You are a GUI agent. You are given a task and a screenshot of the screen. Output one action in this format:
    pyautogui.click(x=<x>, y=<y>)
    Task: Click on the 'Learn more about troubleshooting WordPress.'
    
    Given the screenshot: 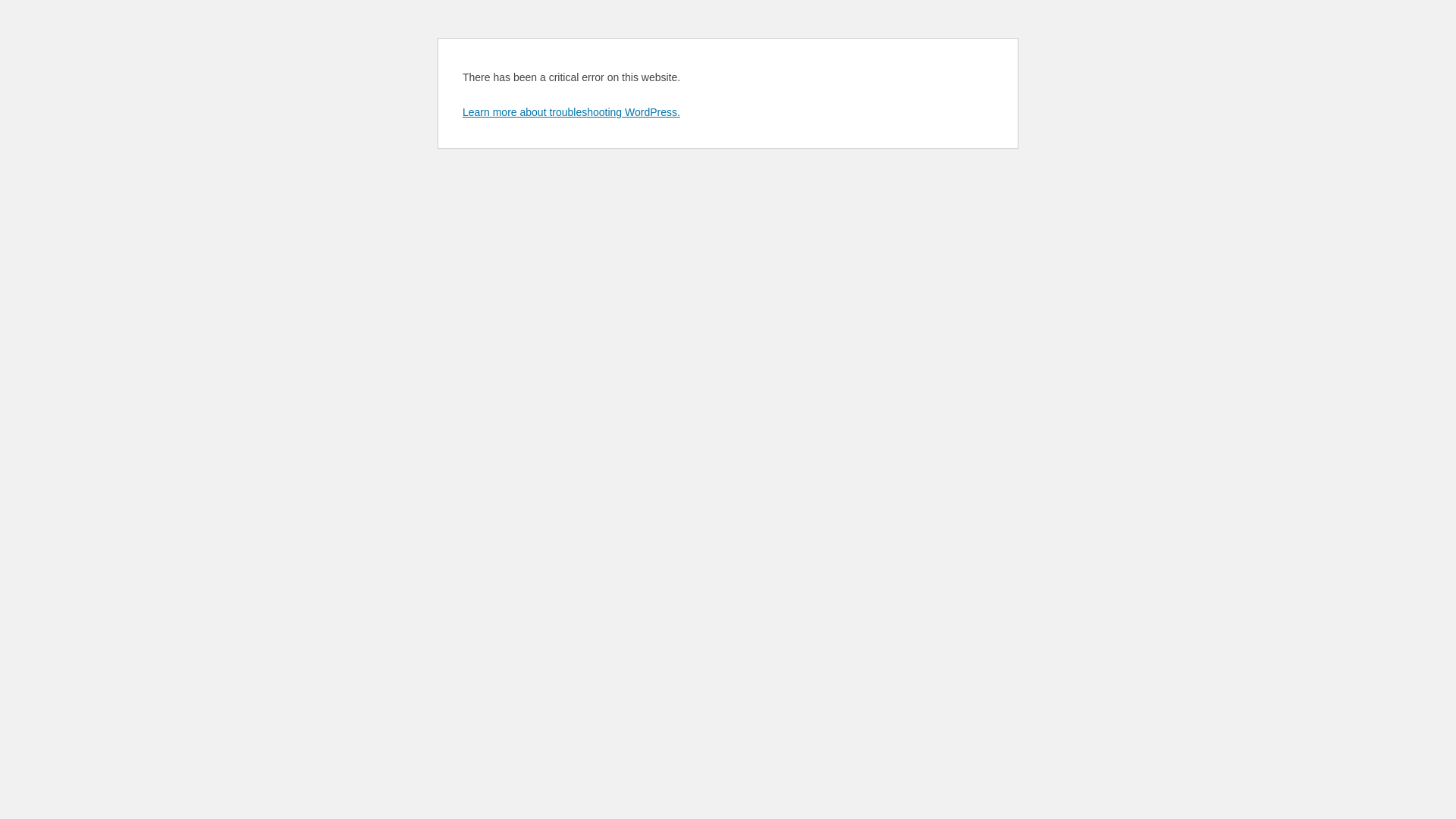 What is the action you would take?
    pyautogui.click(x=570, y=111)
    